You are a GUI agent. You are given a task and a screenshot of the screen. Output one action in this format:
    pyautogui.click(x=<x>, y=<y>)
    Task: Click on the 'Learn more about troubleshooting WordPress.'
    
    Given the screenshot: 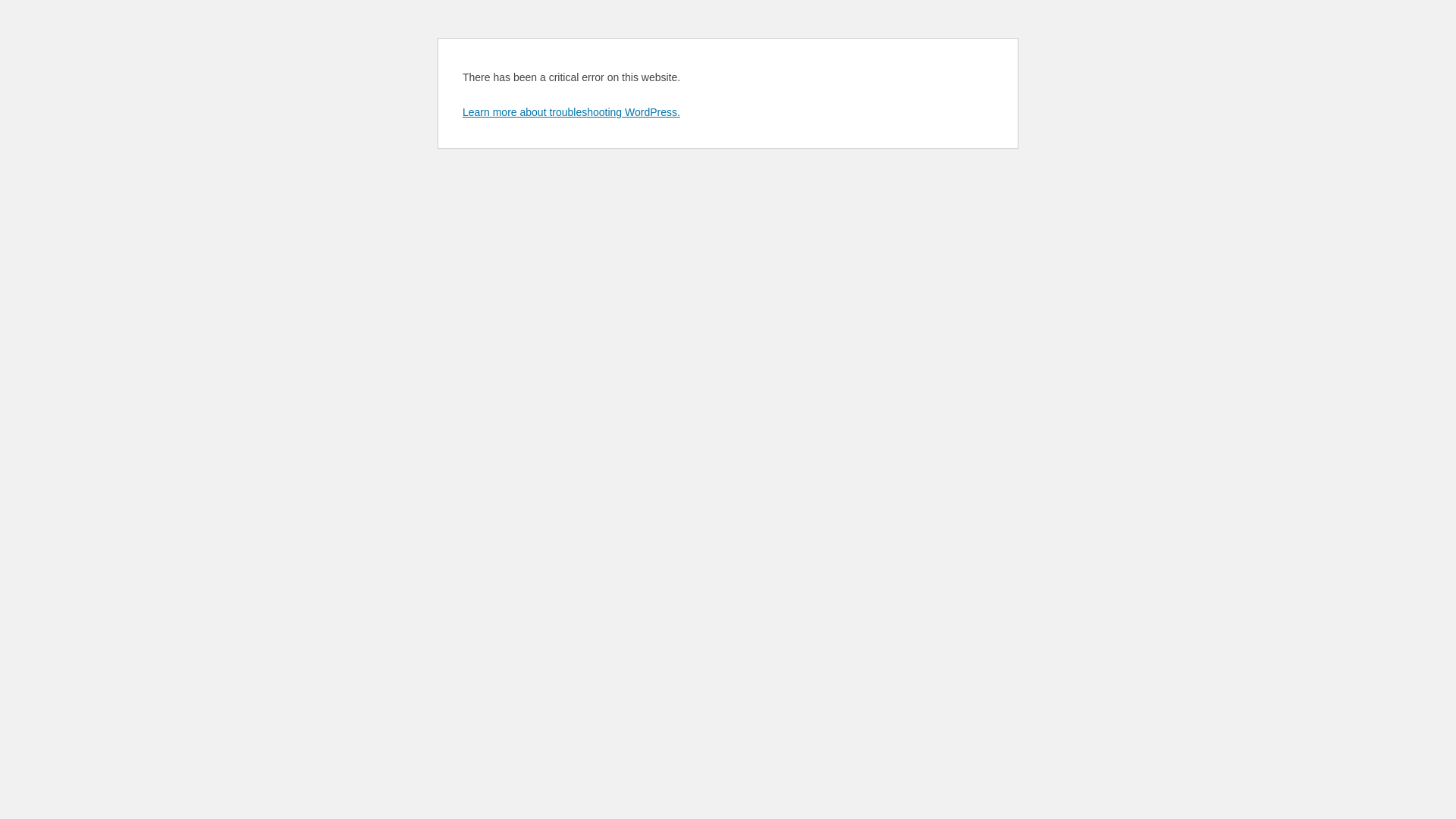 What is the action you would take?
    pyautogui.click(x=570, y=111)
    